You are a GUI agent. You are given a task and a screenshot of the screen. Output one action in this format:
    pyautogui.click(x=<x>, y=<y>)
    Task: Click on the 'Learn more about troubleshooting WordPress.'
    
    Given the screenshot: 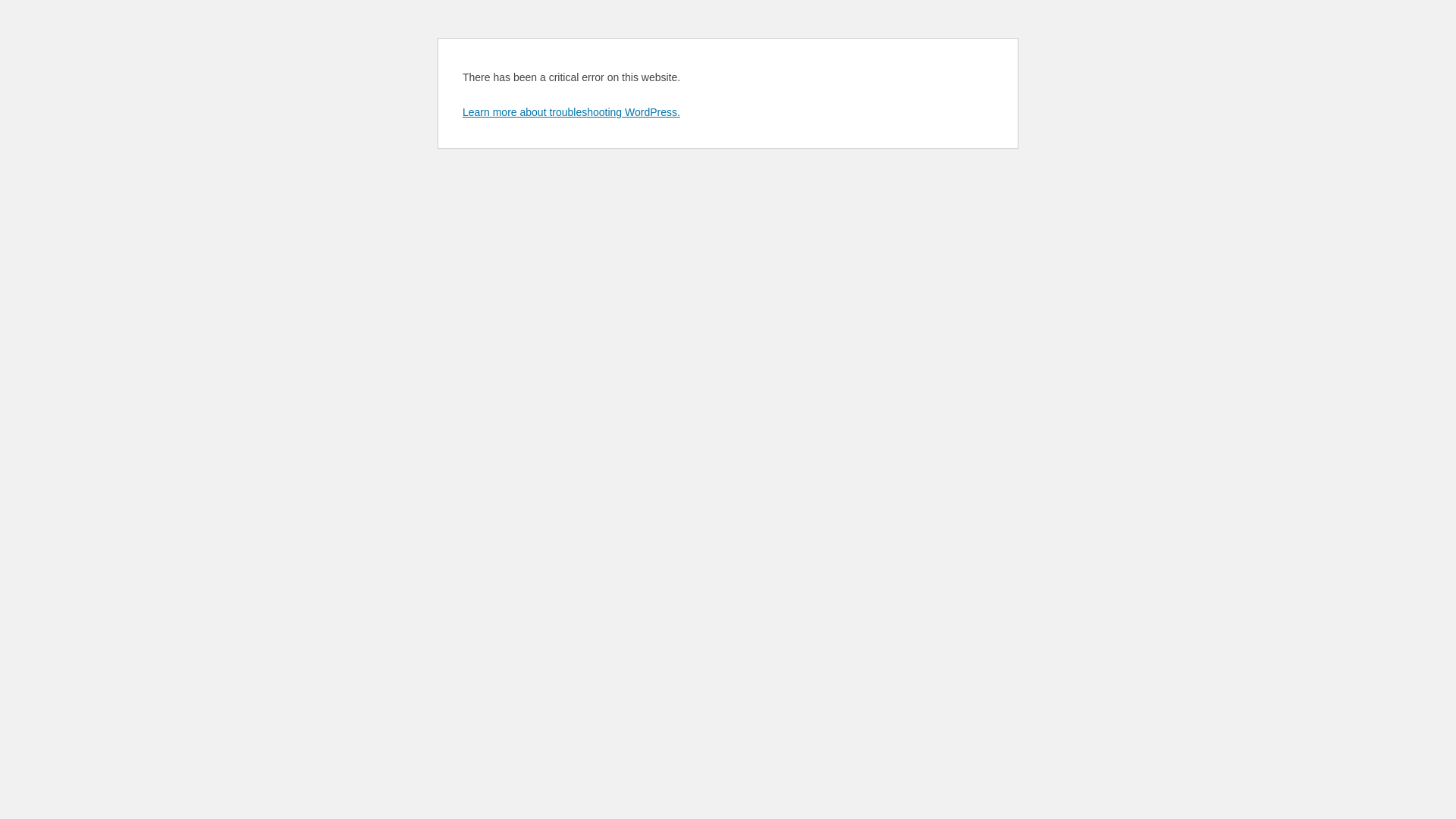 What is the action you would take?
    pyautogui.click(x=570, y=111)
    